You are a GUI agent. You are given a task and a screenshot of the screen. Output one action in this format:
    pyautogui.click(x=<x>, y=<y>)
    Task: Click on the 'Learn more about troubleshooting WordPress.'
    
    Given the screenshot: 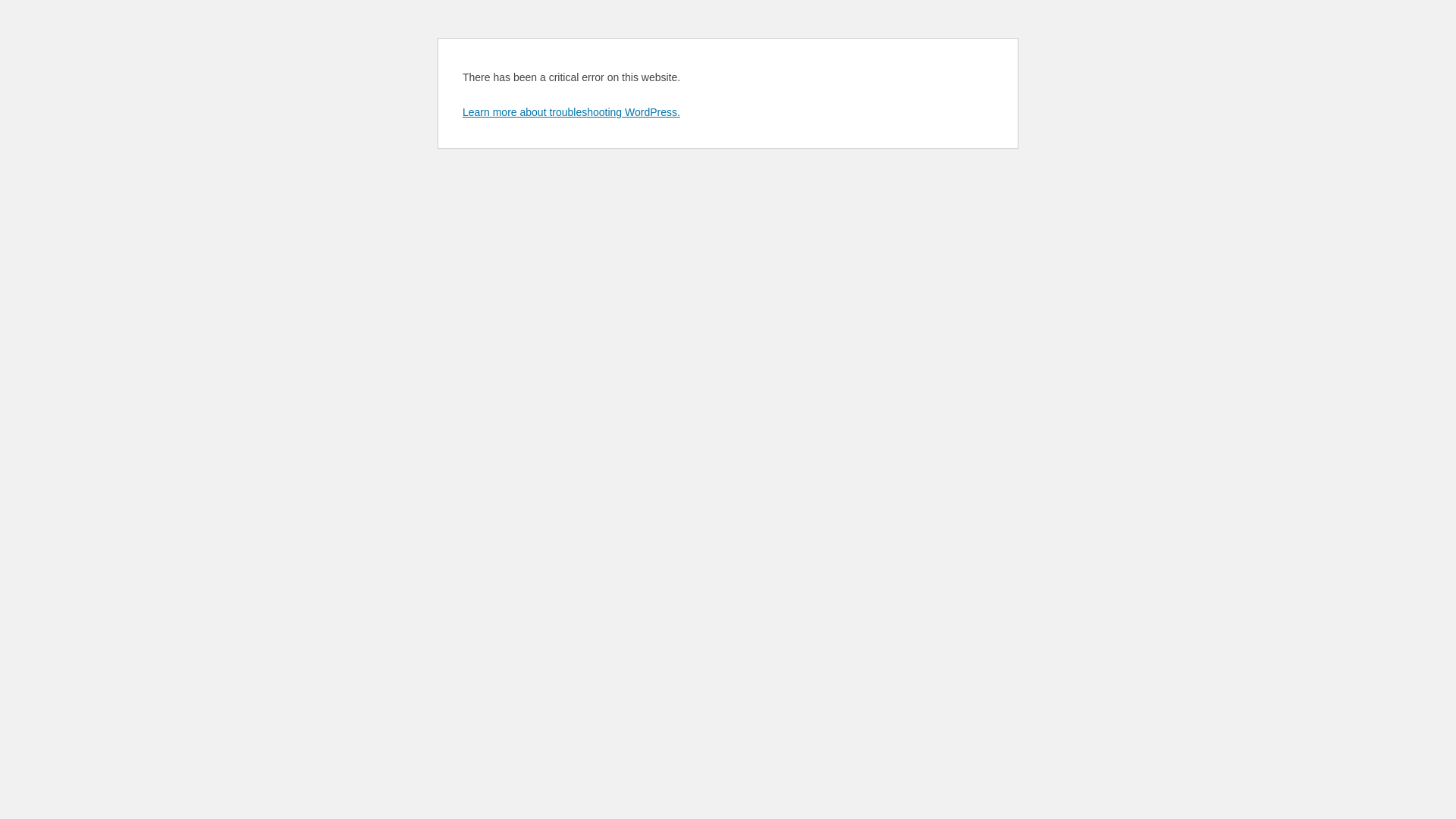 What is the action you would take?
    pyautogui.click(x=570, y=111)
    